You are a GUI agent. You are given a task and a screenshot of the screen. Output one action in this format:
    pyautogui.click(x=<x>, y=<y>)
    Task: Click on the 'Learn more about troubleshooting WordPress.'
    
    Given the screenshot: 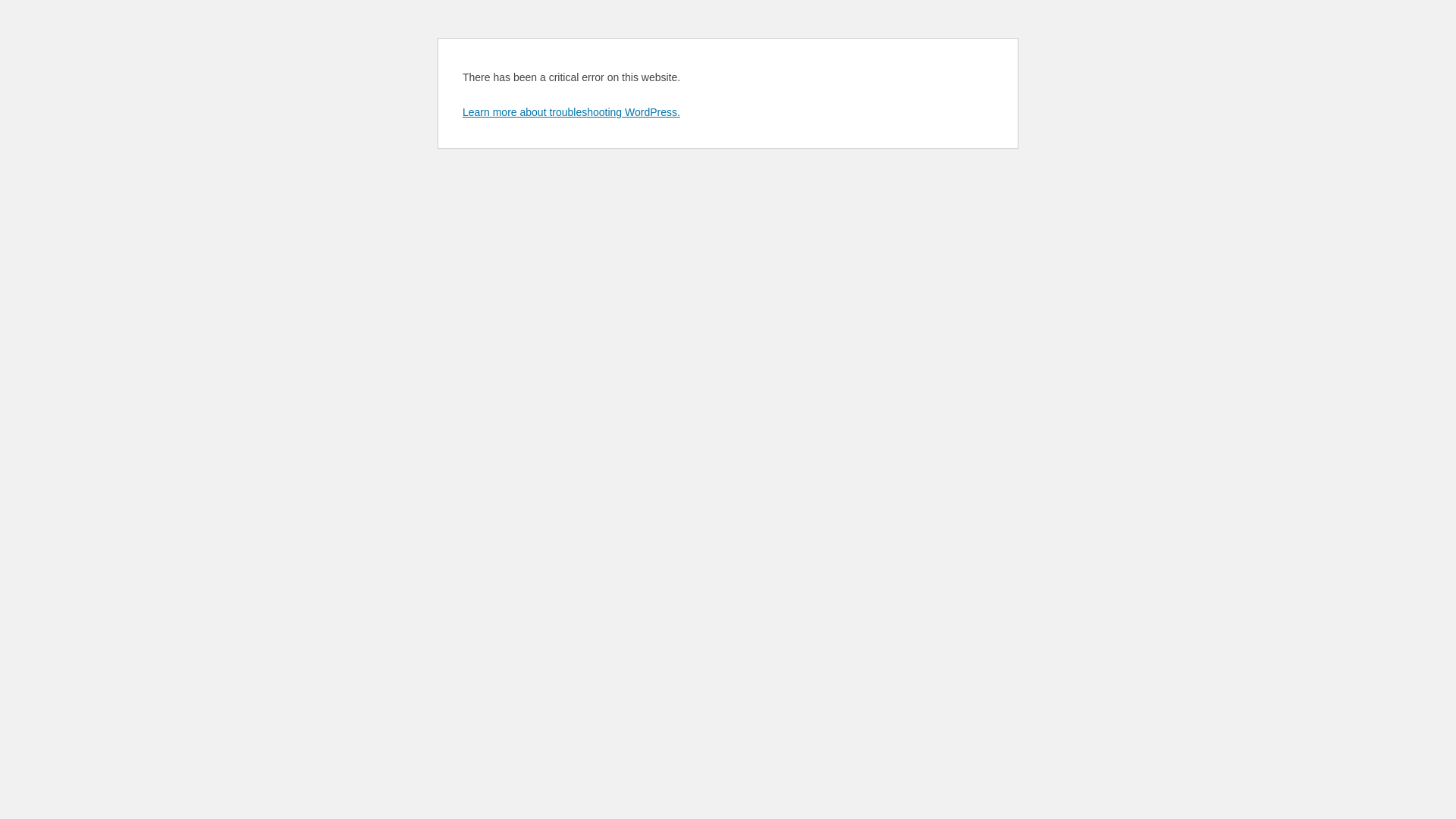 What is the action you would take?
    pyautogui.click(x=570, y=111)
    